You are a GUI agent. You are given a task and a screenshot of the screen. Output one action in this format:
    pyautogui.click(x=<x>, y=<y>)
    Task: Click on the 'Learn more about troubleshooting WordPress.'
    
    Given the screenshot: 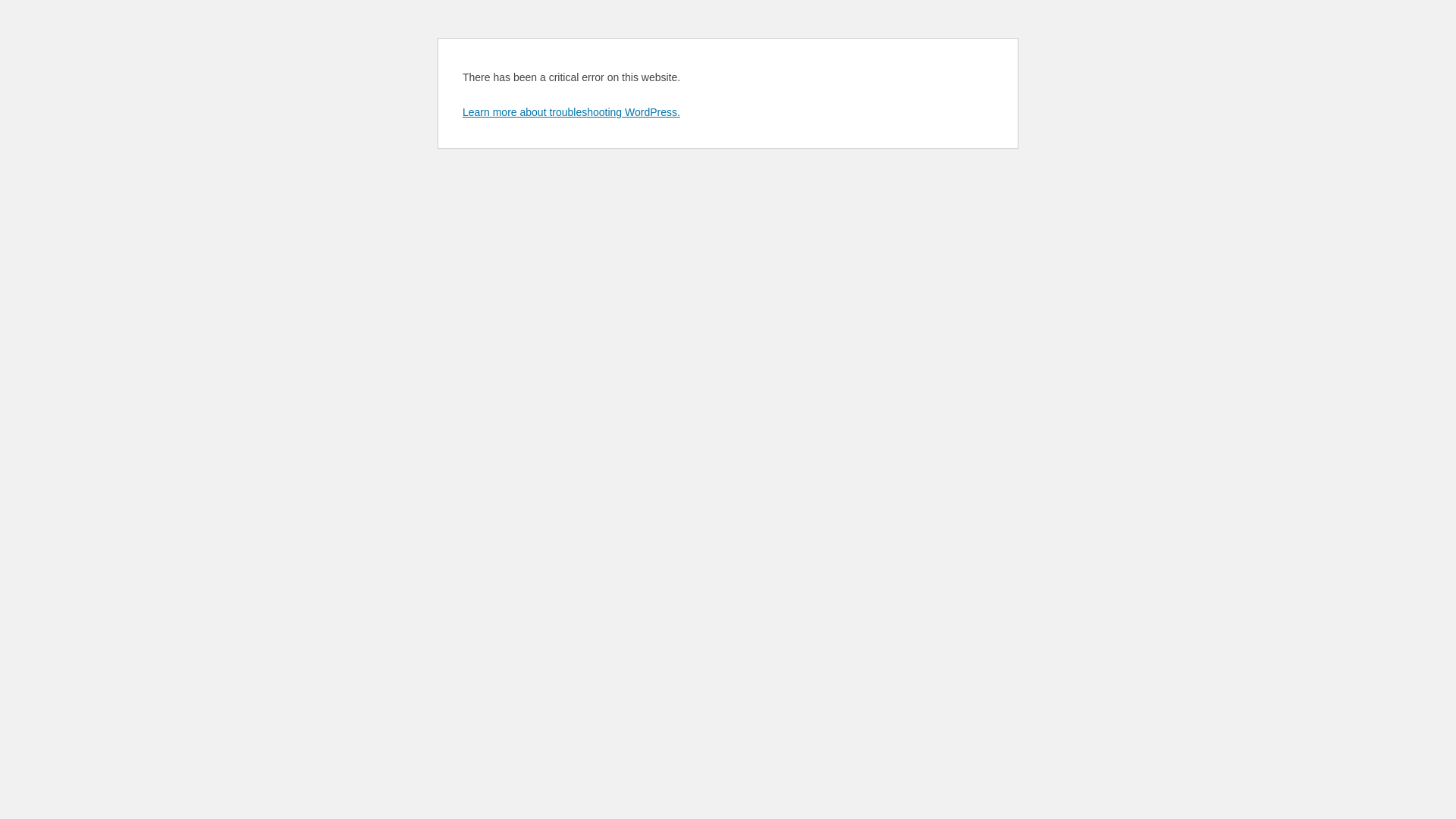 What is the action you would take?
    pyautogui.click(x=570, y=111)
    